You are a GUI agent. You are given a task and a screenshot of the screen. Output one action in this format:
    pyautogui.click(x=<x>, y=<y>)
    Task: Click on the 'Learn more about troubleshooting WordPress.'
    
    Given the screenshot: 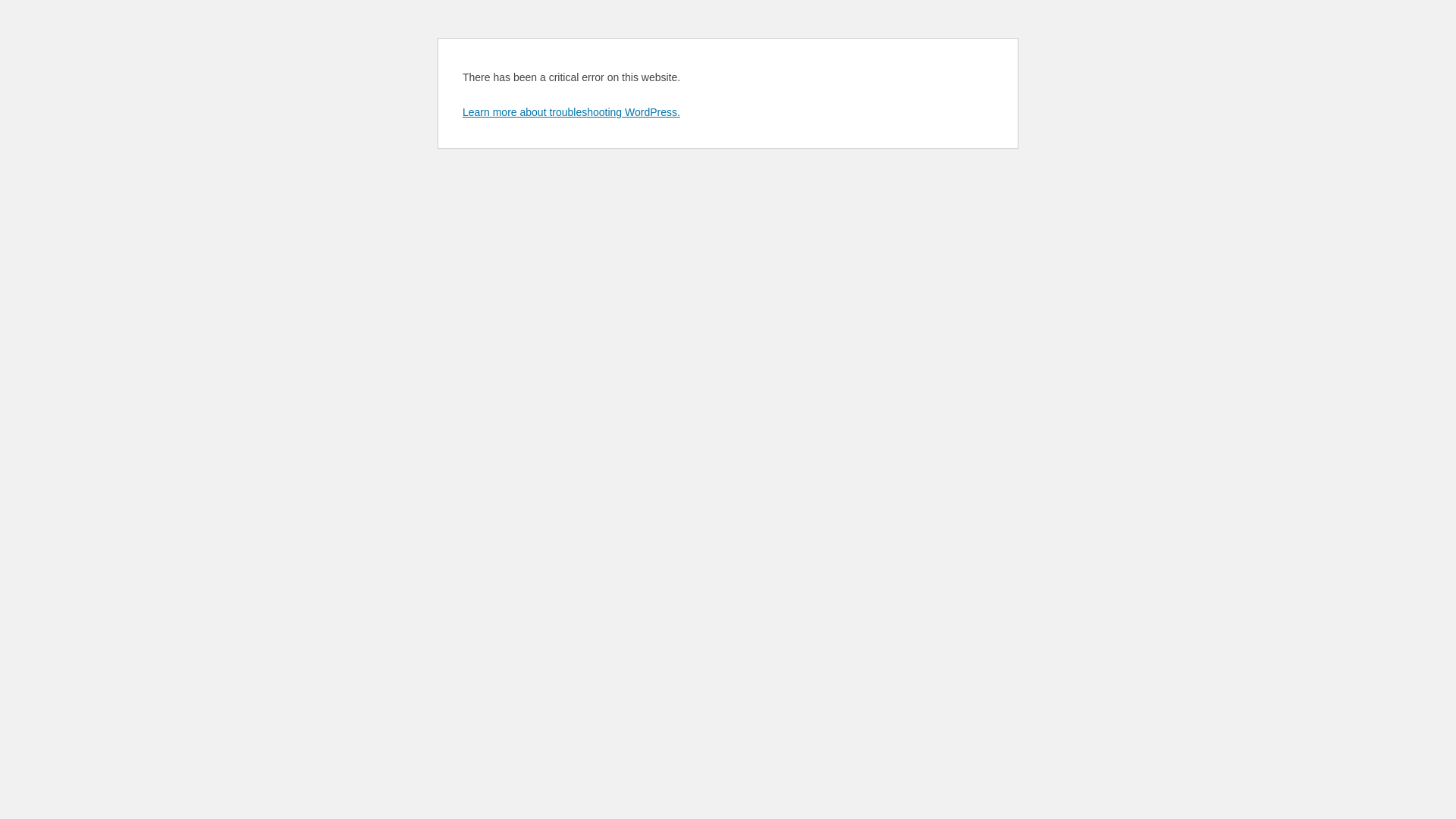 What is the action you would take?
    pyautogui.click(x=570, y=111)
    